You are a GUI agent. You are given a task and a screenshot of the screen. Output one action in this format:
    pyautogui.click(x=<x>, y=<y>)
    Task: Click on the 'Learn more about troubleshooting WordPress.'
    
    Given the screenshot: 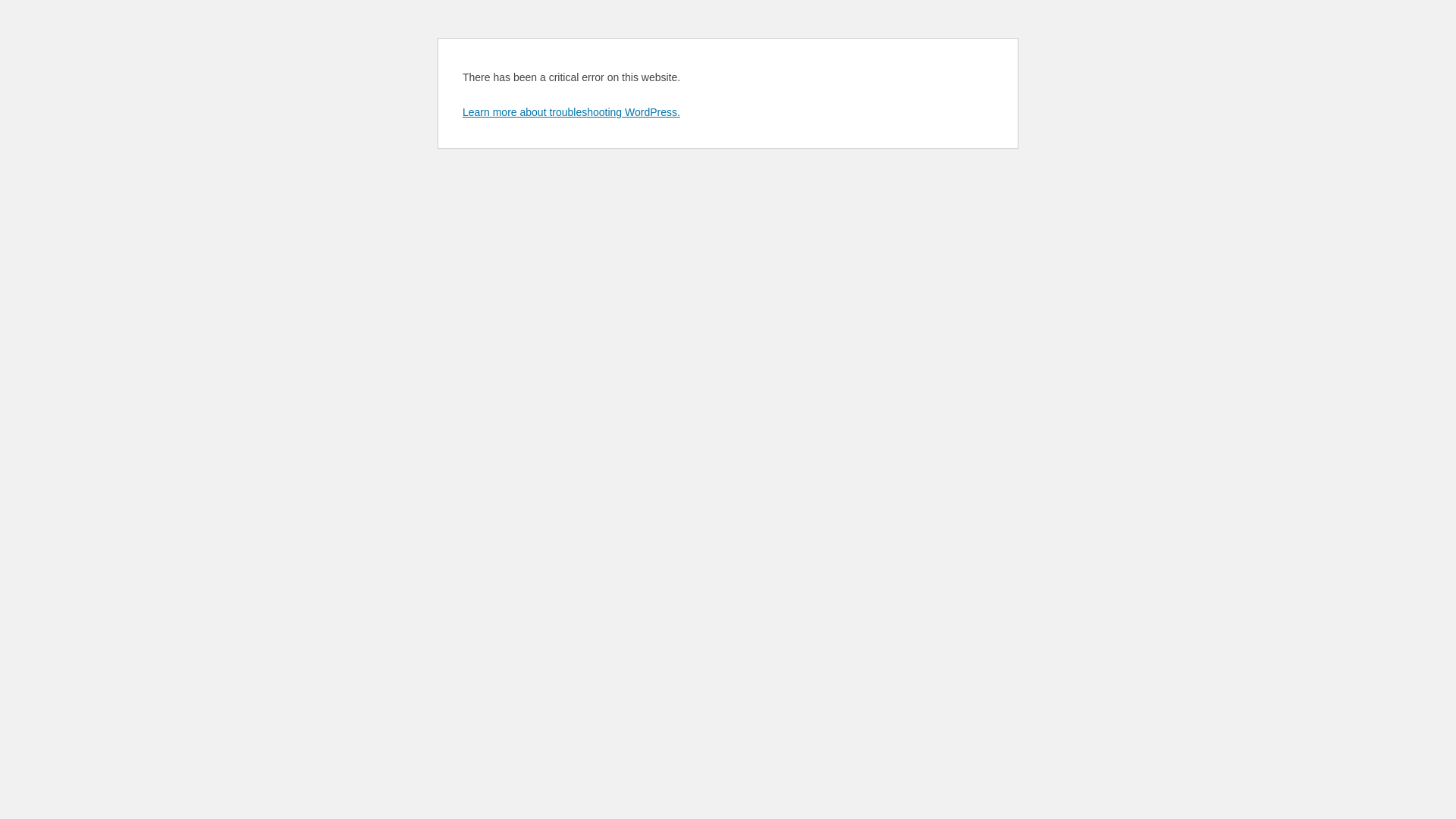 What is the action you would take?
    pyautogui.click(x=570, y=111)
    